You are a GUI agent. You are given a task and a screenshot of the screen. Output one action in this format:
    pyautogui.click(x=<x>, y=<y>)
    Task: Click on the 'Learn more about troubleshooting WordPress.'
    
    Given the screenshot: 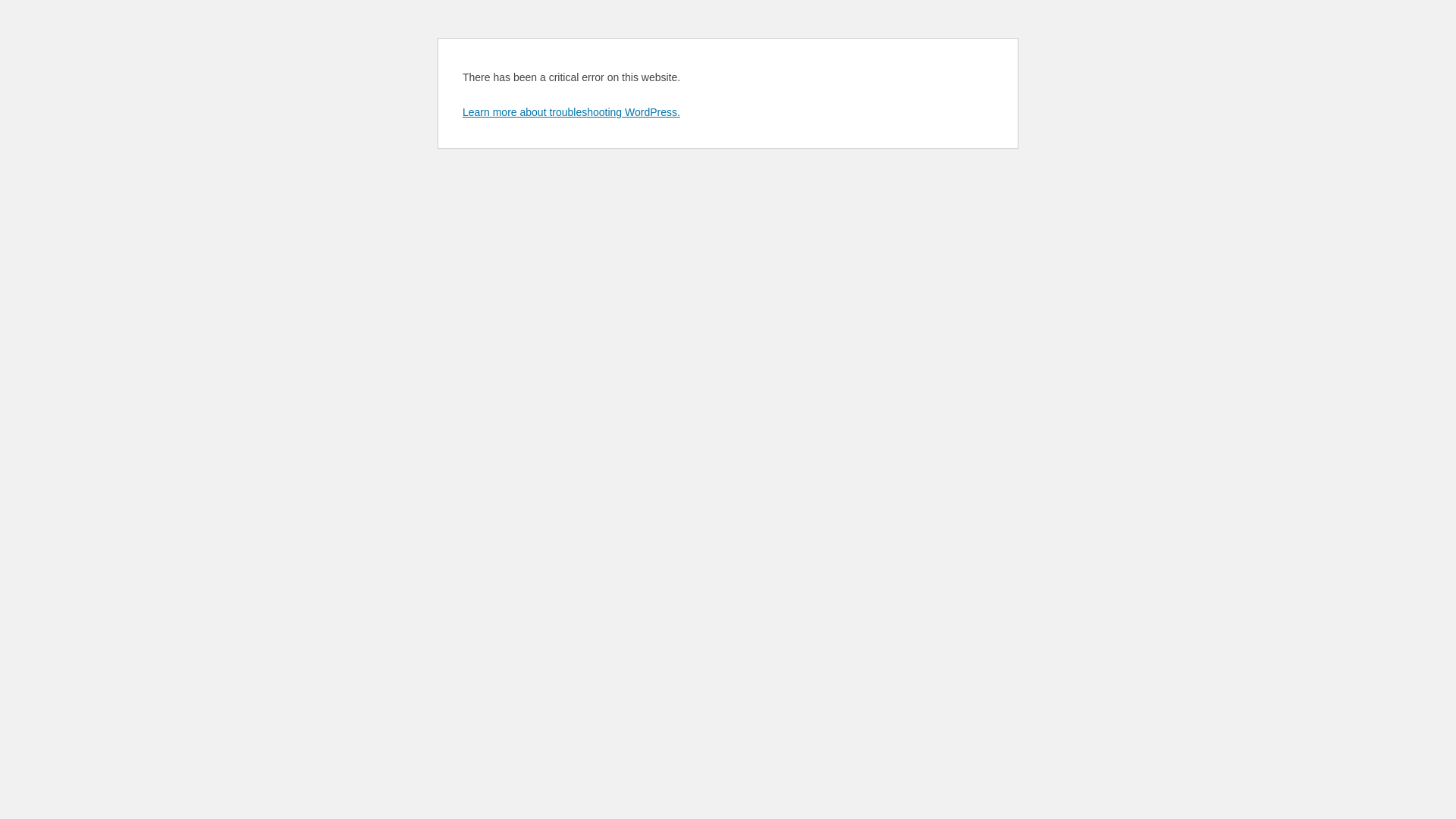 What is the action you would take?
    pyautogui.click(x=570, y=111)
    